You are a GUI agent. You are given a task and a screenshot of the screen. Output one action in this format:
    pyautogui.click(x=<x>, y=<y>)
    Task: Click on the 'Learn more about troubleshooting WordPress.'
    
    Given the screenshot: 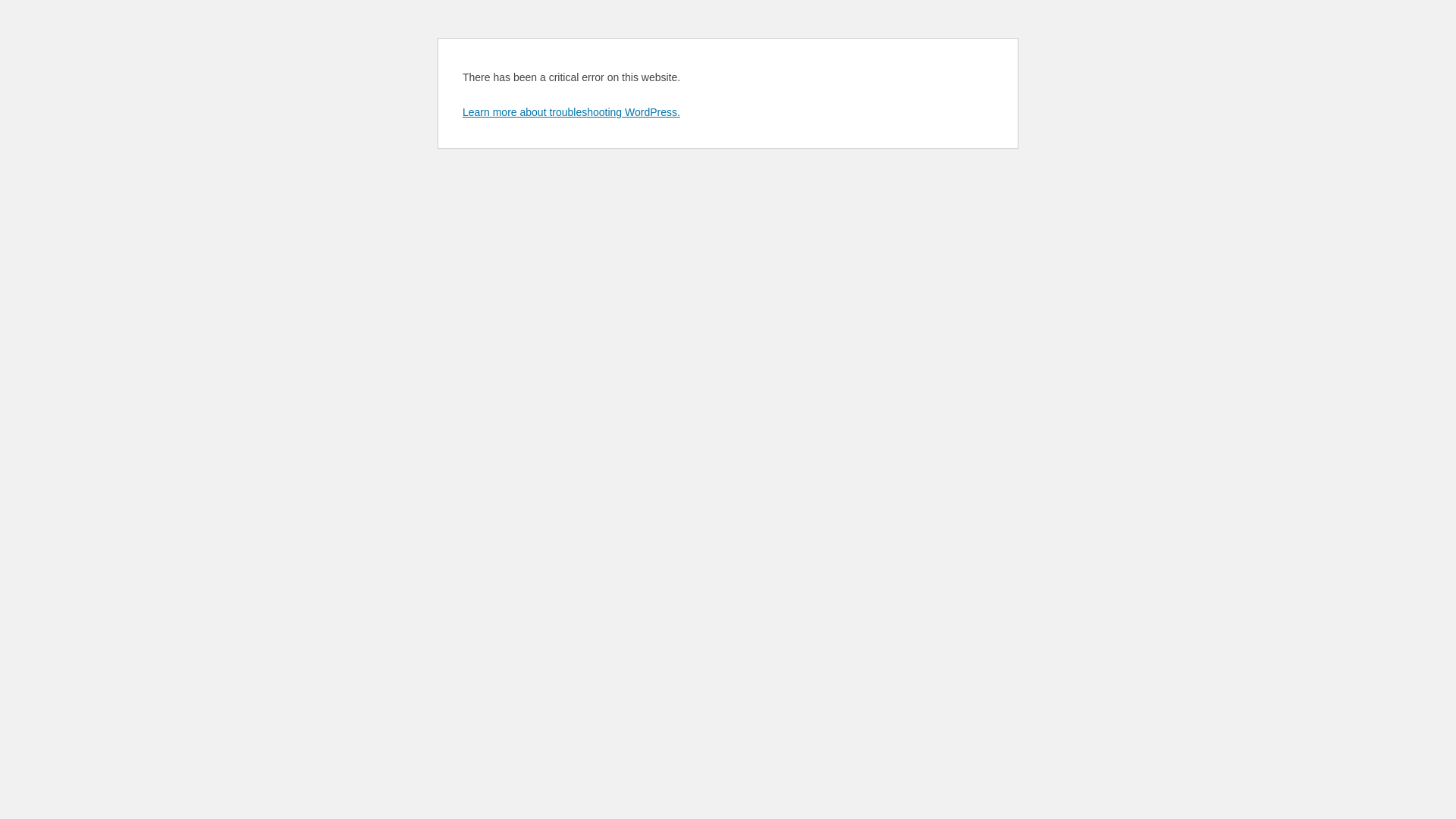 What is the action you would take?
    pyautogui.click(x=570, y=111)
    